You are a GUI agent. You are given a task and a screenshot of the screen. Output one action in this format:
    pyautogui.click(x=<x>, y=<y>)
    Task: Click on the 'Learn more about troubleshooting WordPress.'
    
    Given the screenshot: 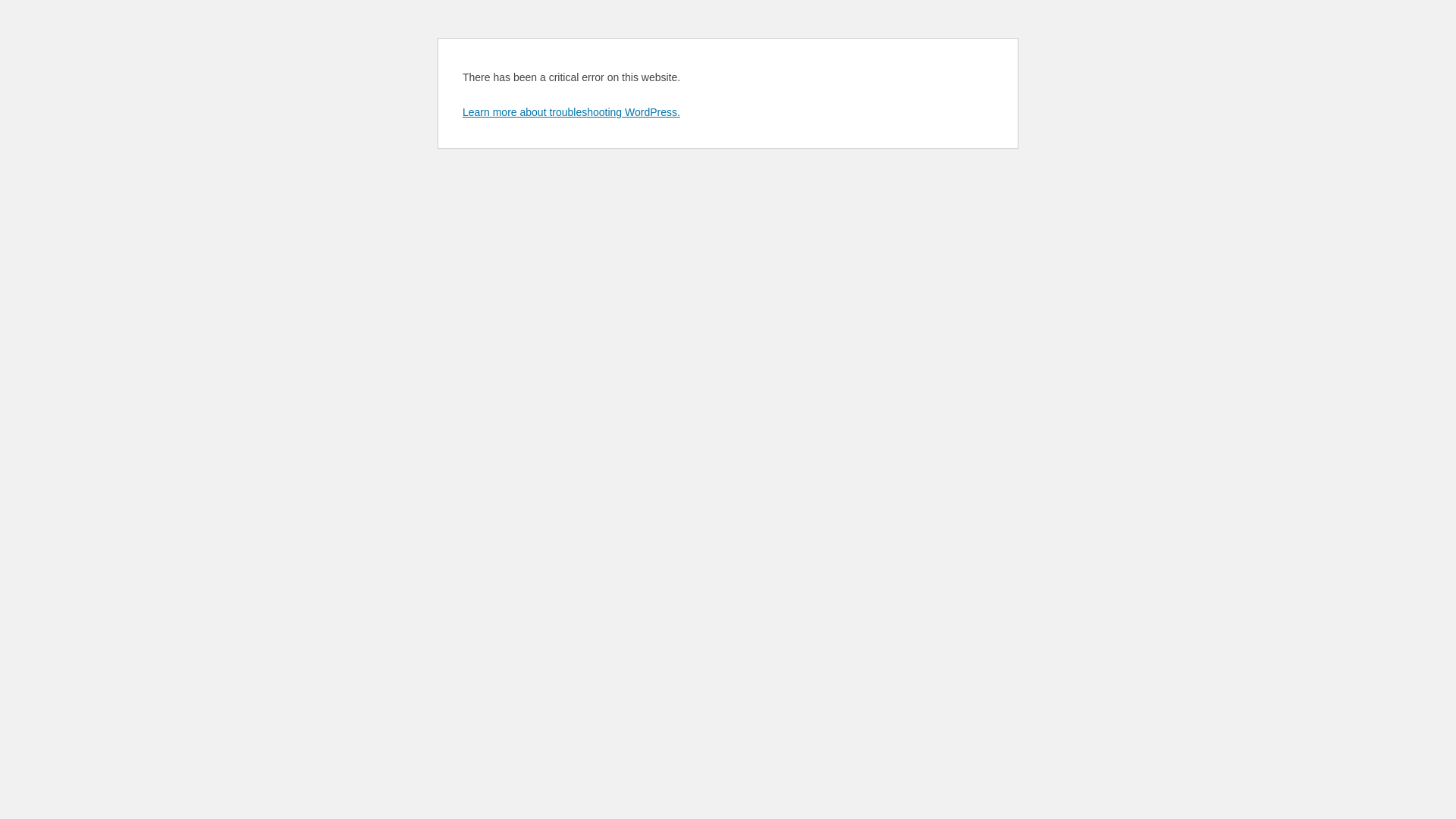 What is the action you would take?
    pyautogui.click(x=570, y=111)
    